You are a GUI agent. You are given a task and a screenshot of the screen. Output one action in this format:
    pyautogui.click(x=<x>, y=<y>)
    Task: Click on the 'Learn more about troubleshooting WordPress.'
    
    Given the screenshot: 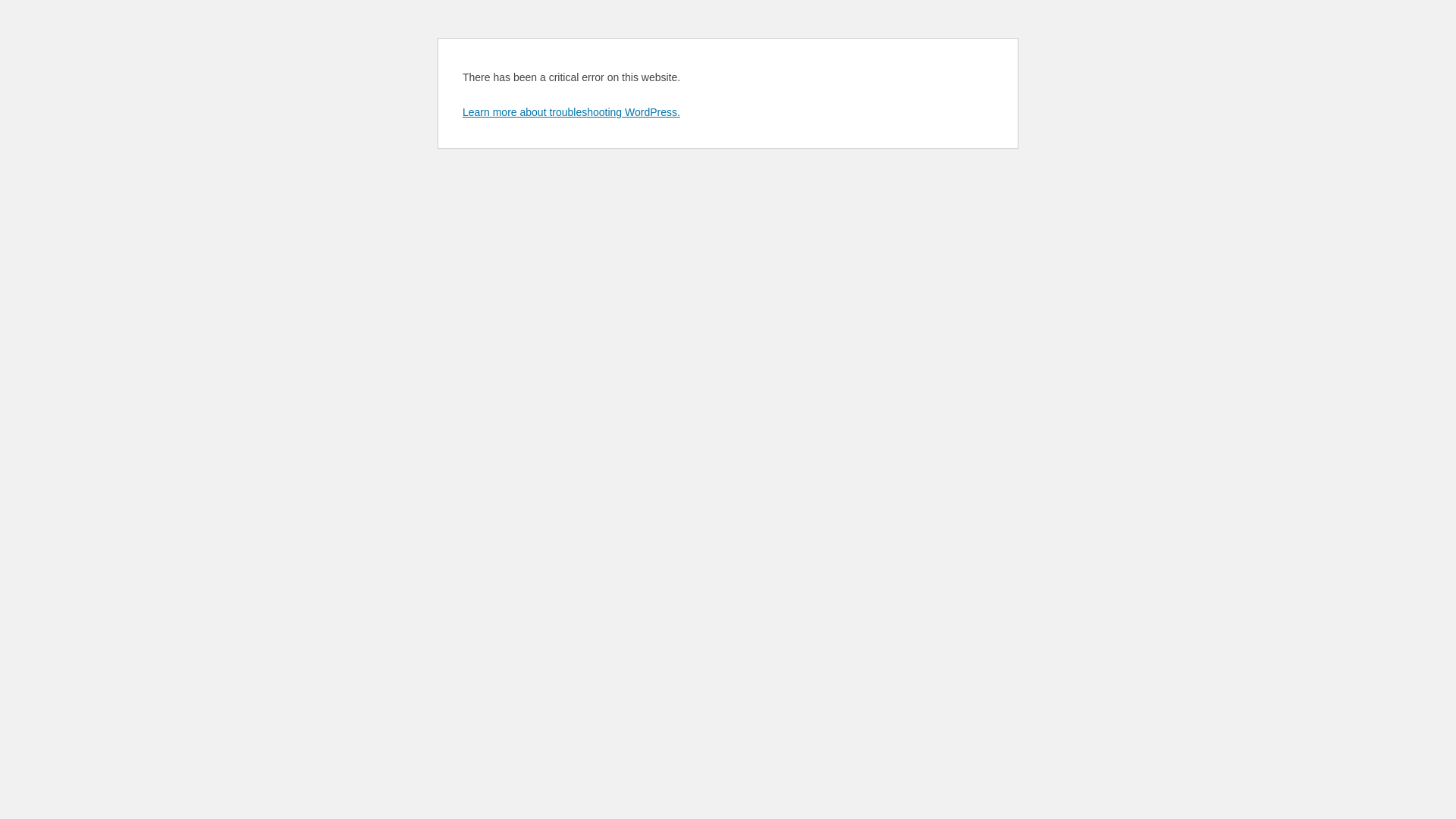 What is the action you would take?
    pyautogui.click(x=570, y=111)
    